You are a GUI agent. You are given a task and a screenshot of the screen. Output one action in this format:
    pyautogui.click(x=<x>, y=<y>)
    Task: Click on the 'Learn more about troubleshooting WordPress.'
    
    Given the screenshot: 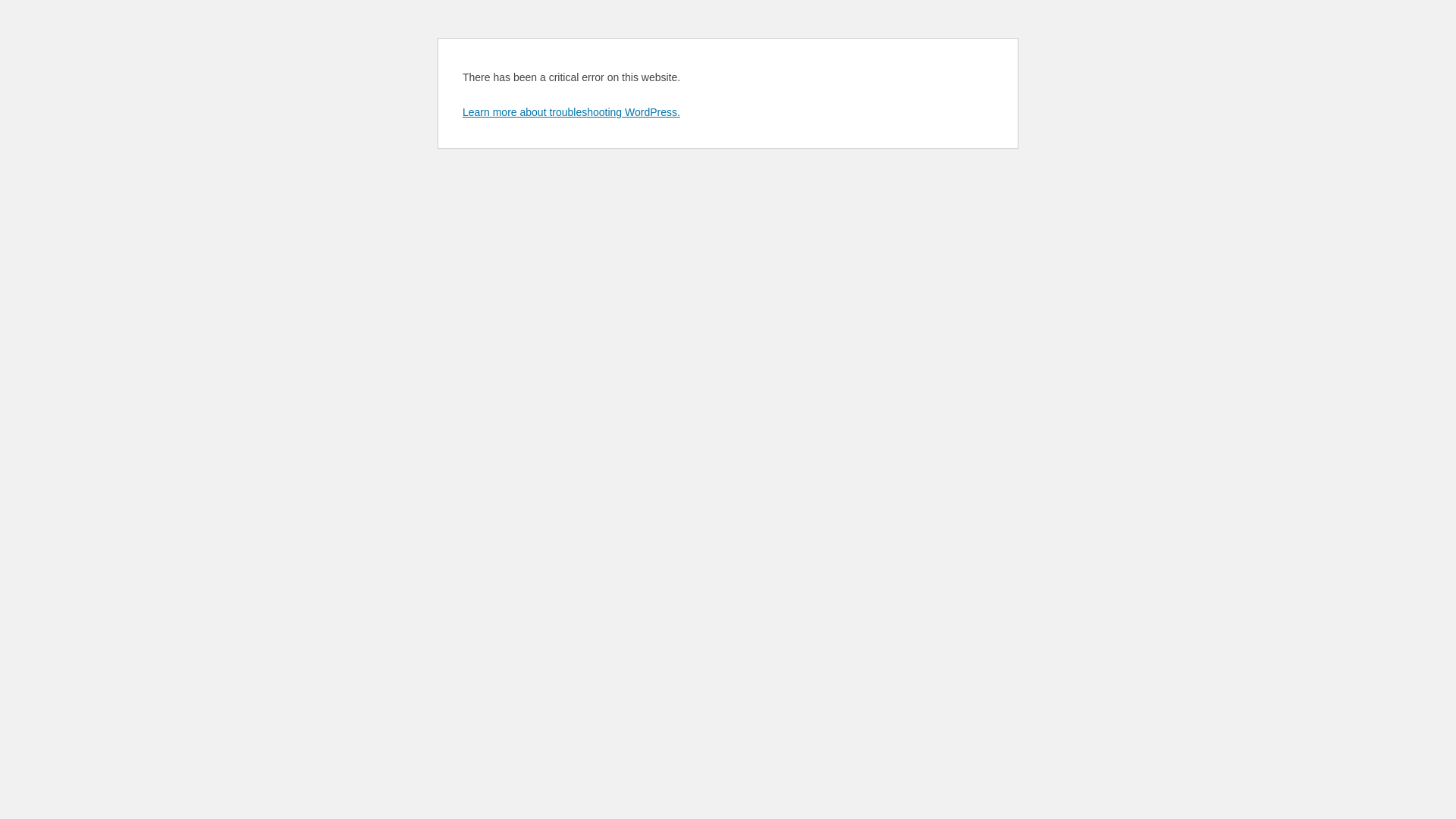 What is the action you would take?
    pyautogui.click(x=570, y=111)
    